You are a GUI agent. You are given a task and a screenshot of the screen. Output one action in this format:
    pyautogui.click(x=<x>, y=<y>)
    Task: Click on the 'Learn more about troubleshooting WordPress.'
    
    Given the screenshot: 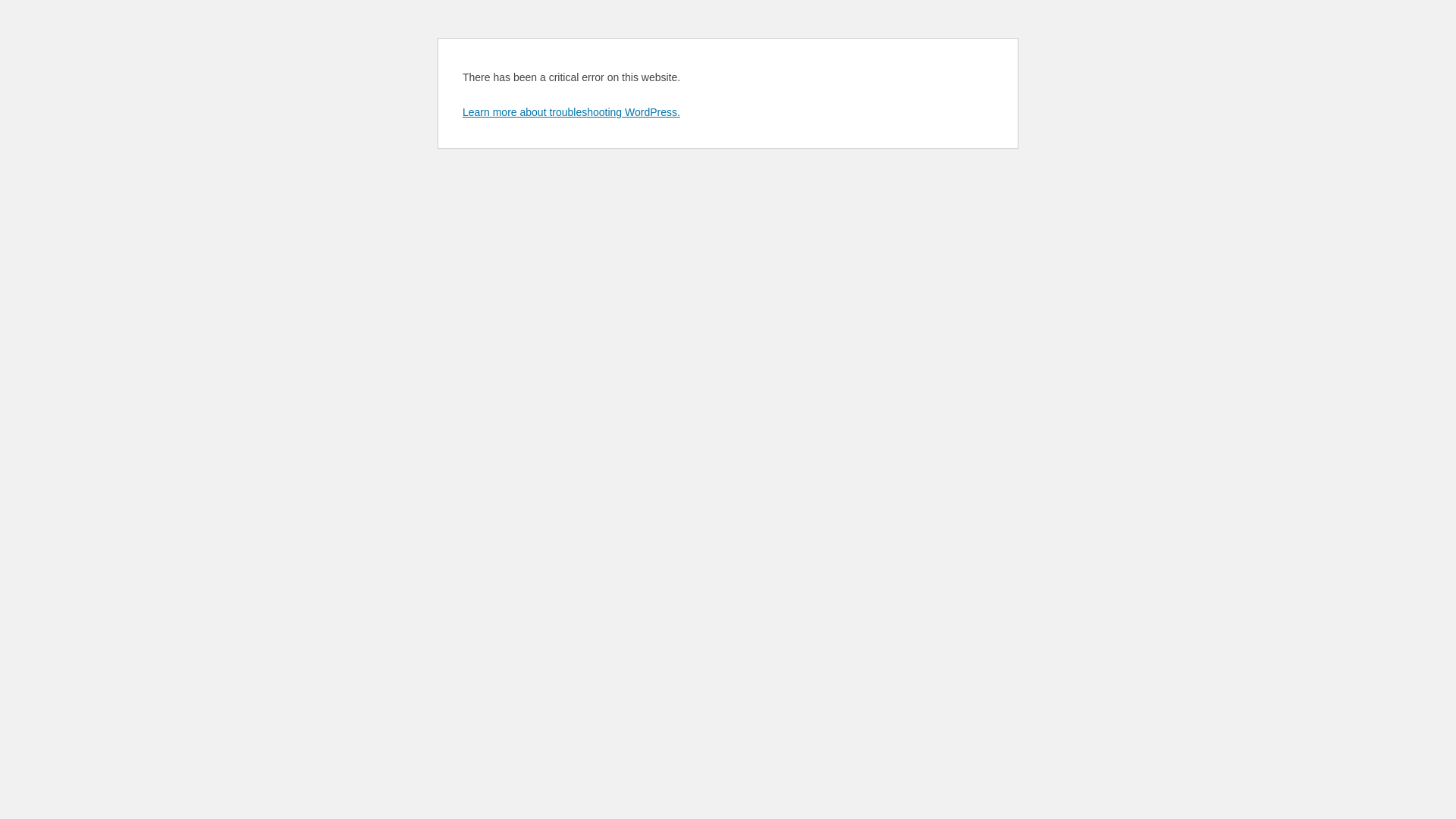 What is the action you would take?
    pyautogui.click(x=570, y=111)
    